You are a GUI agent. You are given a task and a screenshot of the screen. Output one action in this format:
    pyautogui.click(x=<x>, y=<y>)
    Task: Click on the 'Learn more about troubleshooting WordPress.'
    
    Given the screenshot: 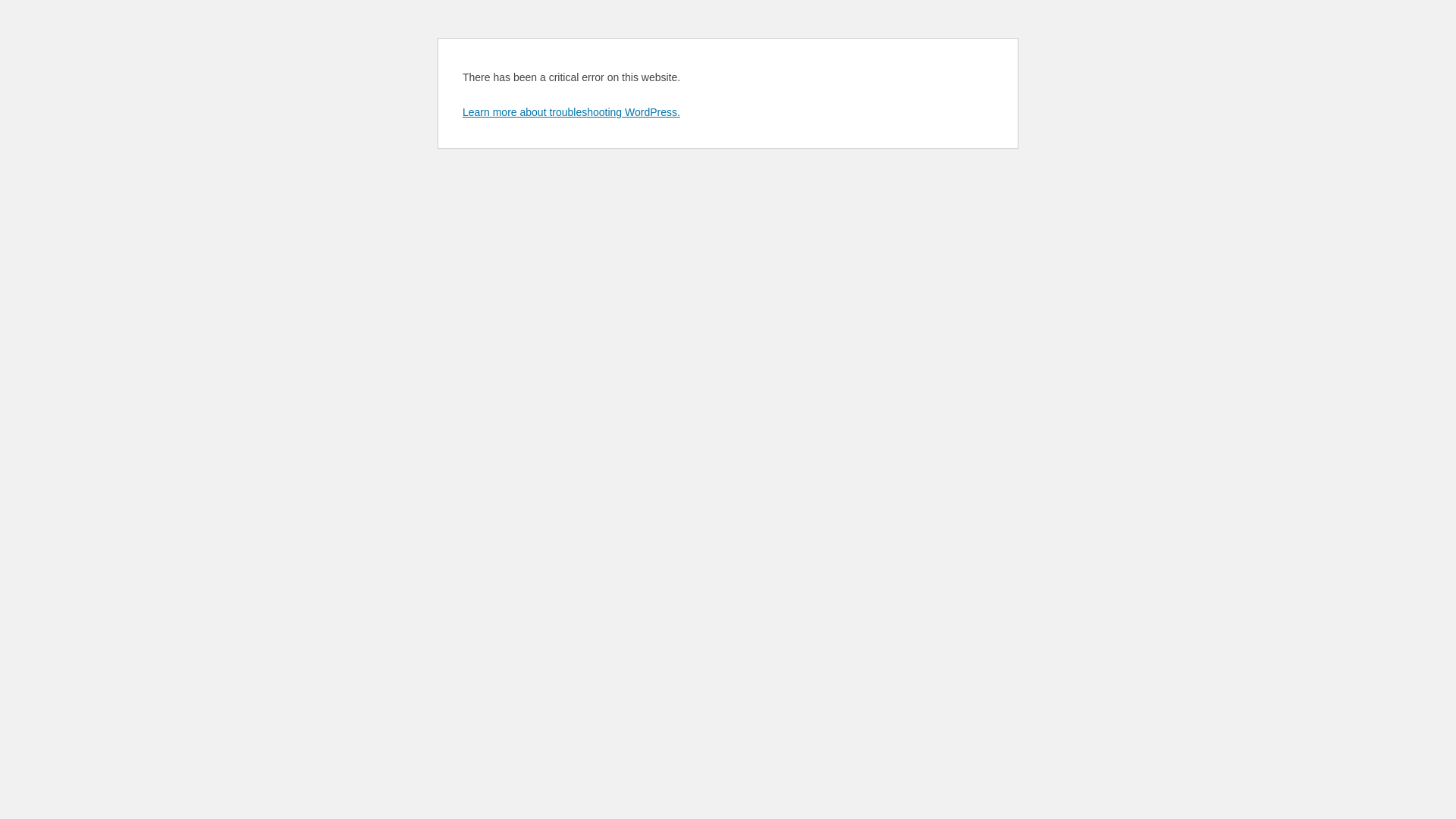 What is the action you would take?
    pyautogui.click(x=570, y=111)
    